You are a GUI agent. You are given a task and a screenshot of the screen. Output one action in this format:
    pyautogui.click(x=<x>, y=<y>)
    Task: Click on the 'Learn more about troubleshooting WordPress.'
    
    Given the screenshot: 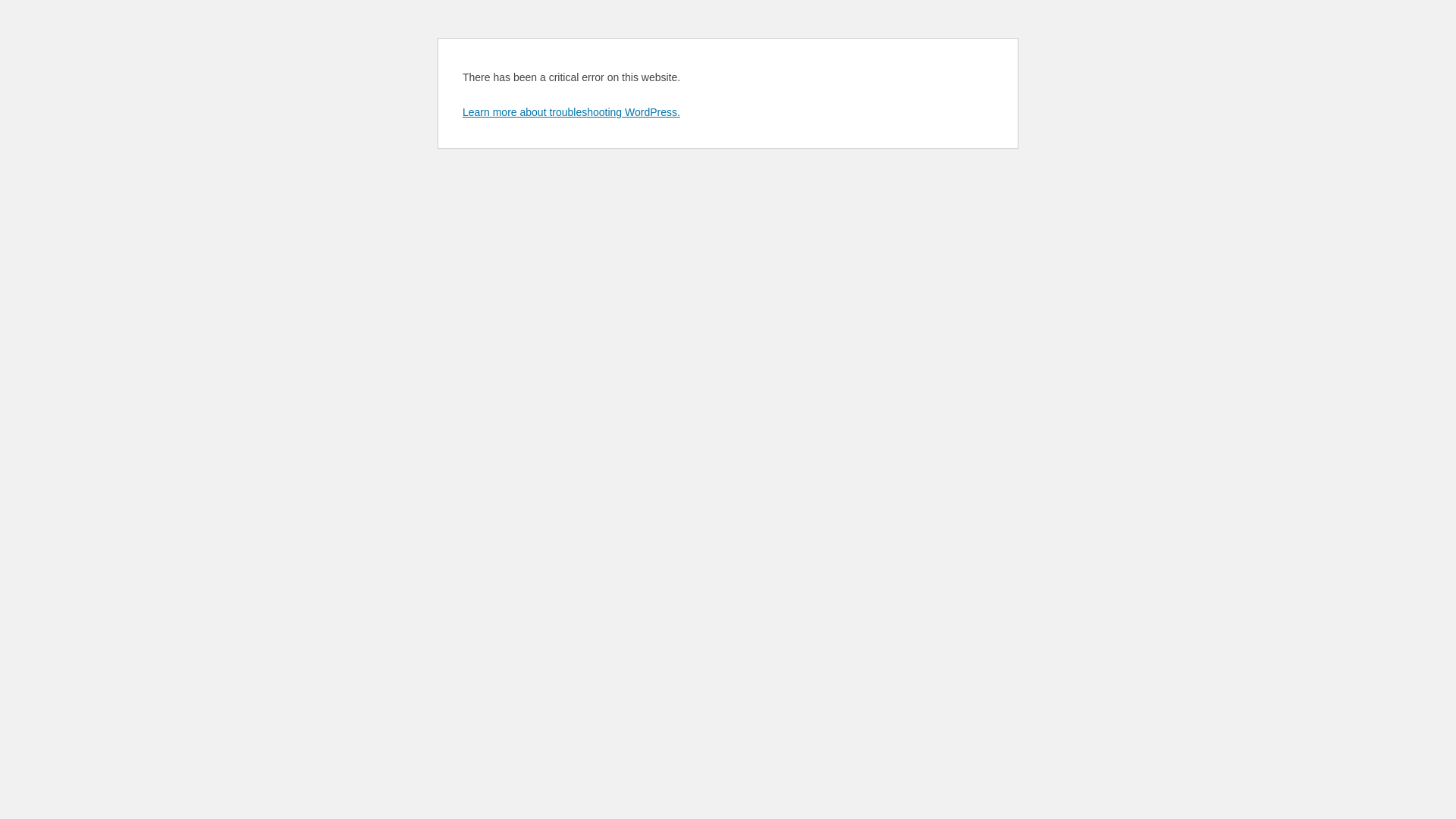 What is the action you would take?
    pyautogui.click(x=570, y=111)
    